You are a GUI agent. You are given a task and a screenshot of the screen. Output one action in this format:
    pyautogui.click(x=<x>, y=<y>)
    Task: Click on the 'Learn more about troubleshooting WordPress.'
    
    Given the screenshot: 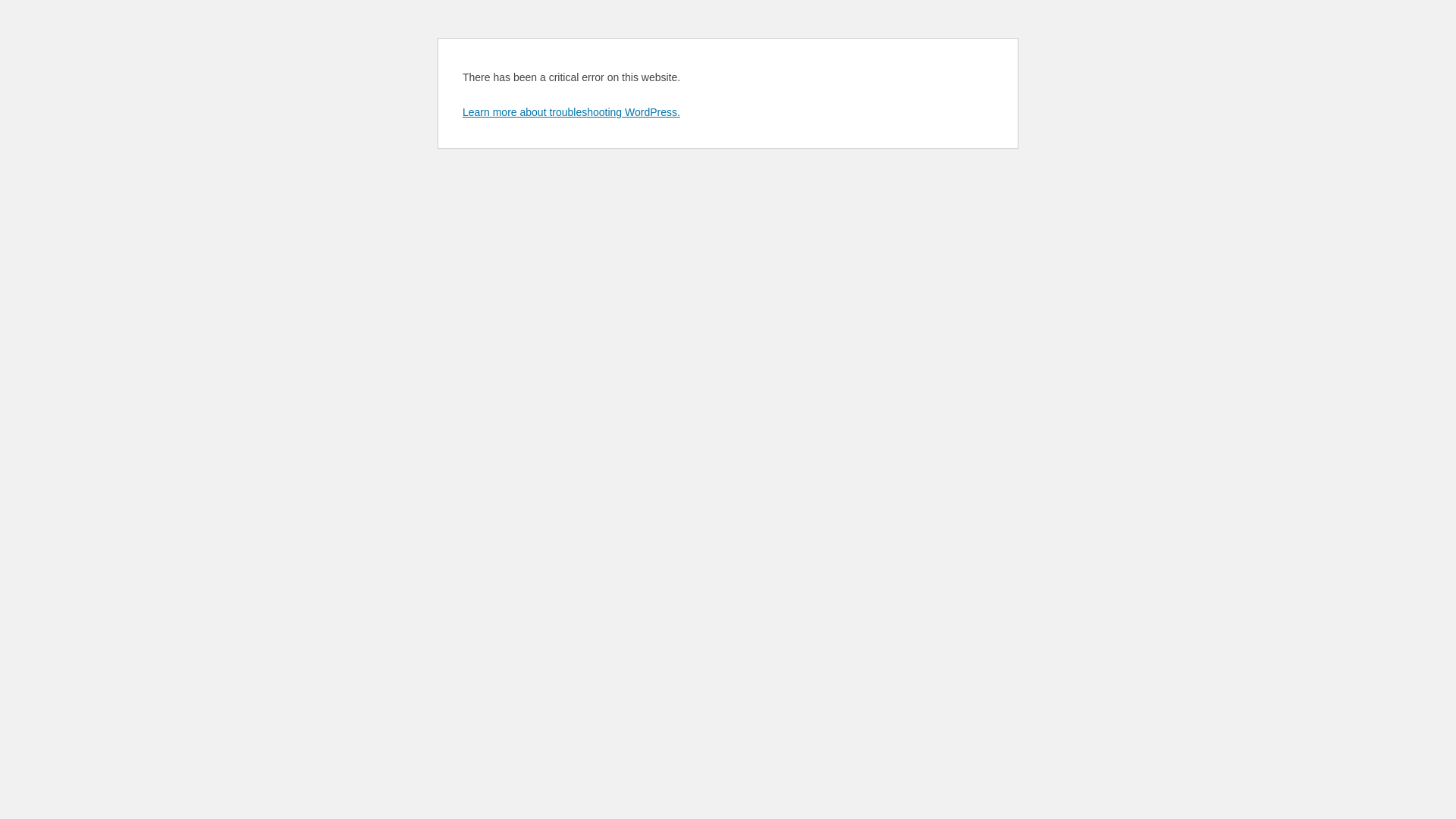 What is the action you would take?
    pyautogui.click(x=570, y=111)
    